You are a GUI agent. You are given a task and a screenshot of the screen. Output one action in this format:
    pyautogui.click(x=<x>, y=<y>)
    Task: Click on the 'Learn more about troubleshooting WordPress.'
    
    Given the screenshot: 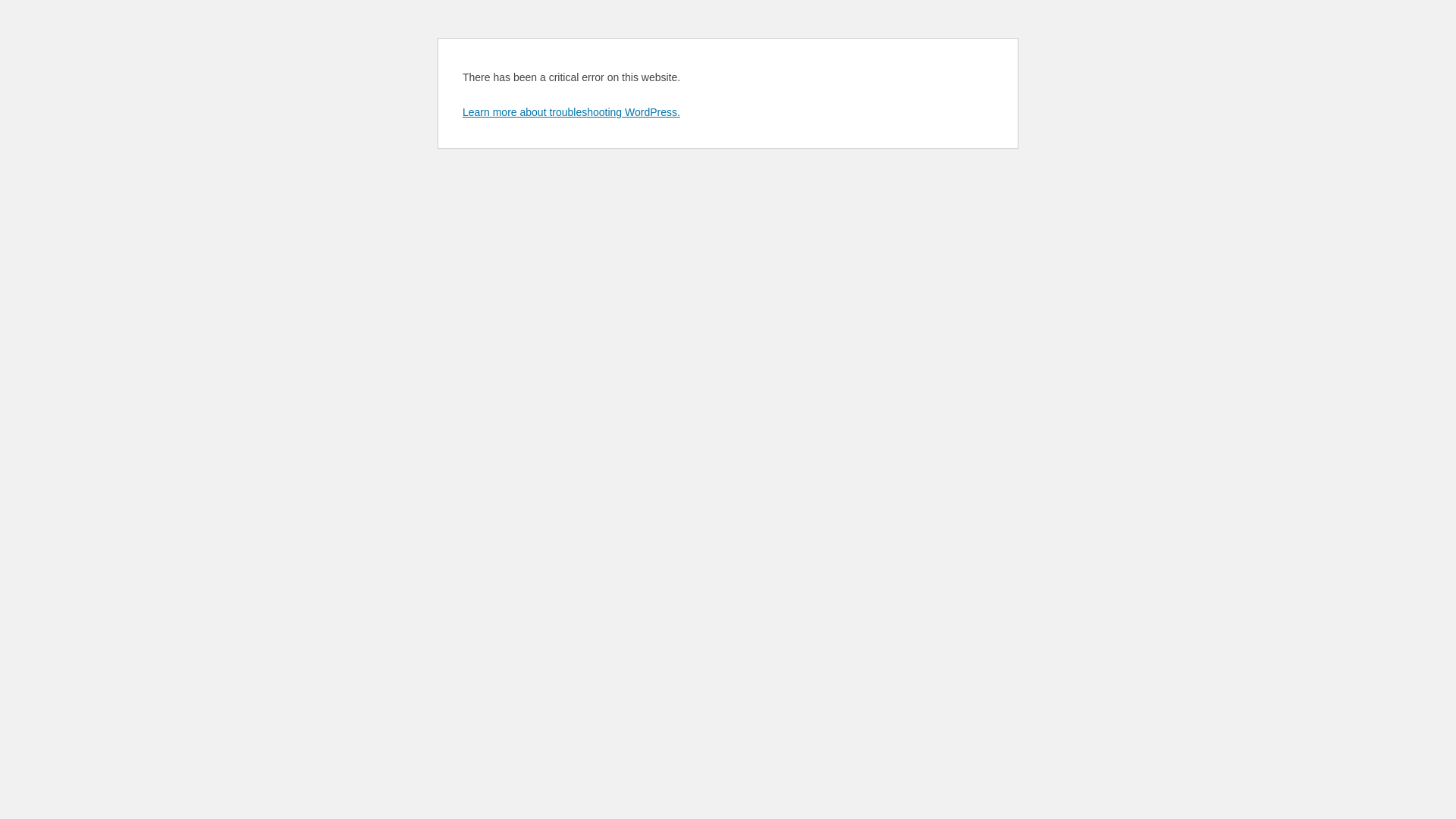 What is the action you would take?
    pyautogui.click(x=570, y=111)
    